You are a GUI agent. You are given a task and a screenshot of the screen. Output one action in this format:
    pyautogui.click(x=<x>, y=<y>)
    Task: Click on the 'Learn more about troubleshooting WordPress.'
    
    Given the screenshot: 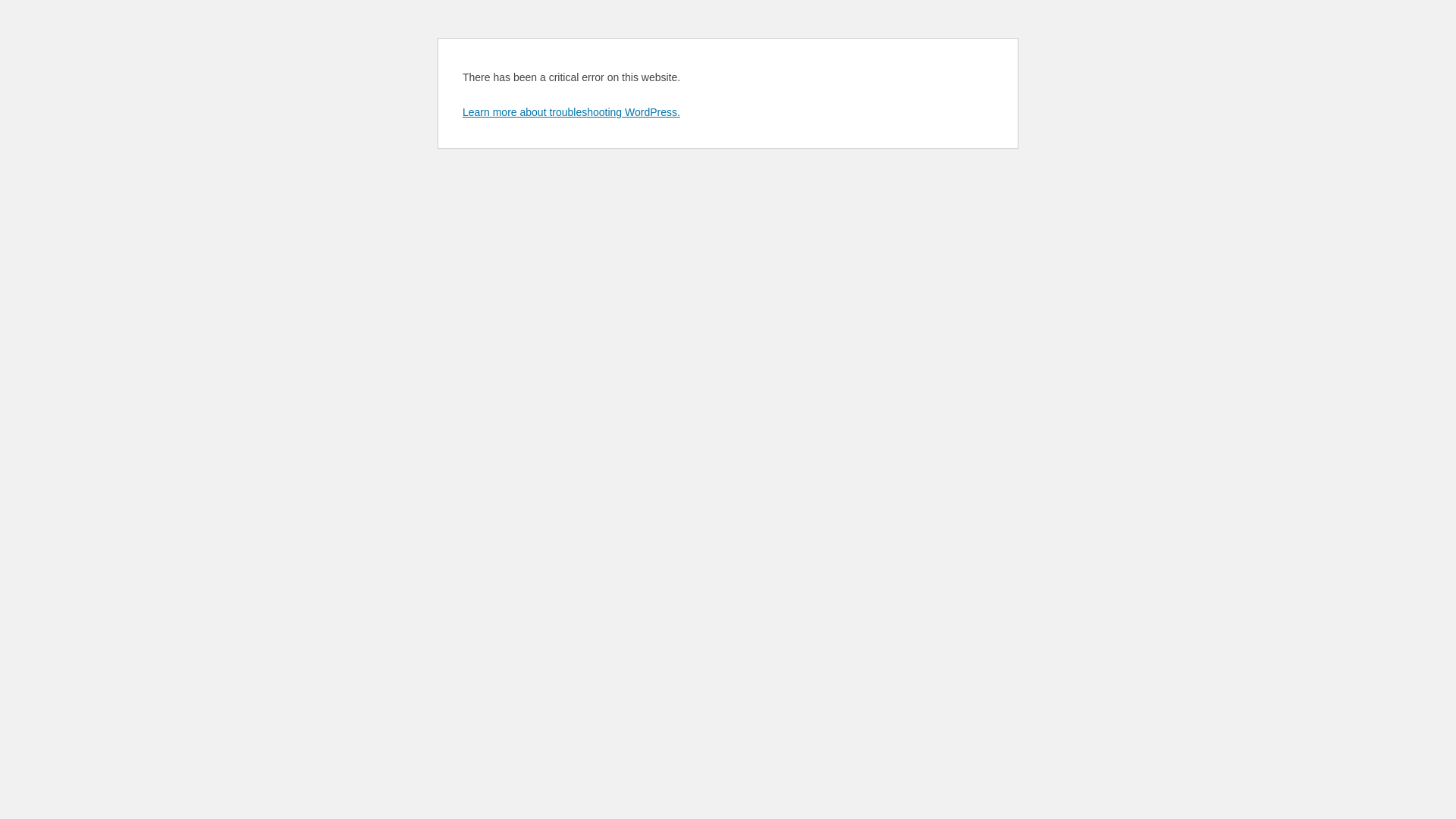 What is the action you would take?
    pyautogui.click(x=570, y=111)
    